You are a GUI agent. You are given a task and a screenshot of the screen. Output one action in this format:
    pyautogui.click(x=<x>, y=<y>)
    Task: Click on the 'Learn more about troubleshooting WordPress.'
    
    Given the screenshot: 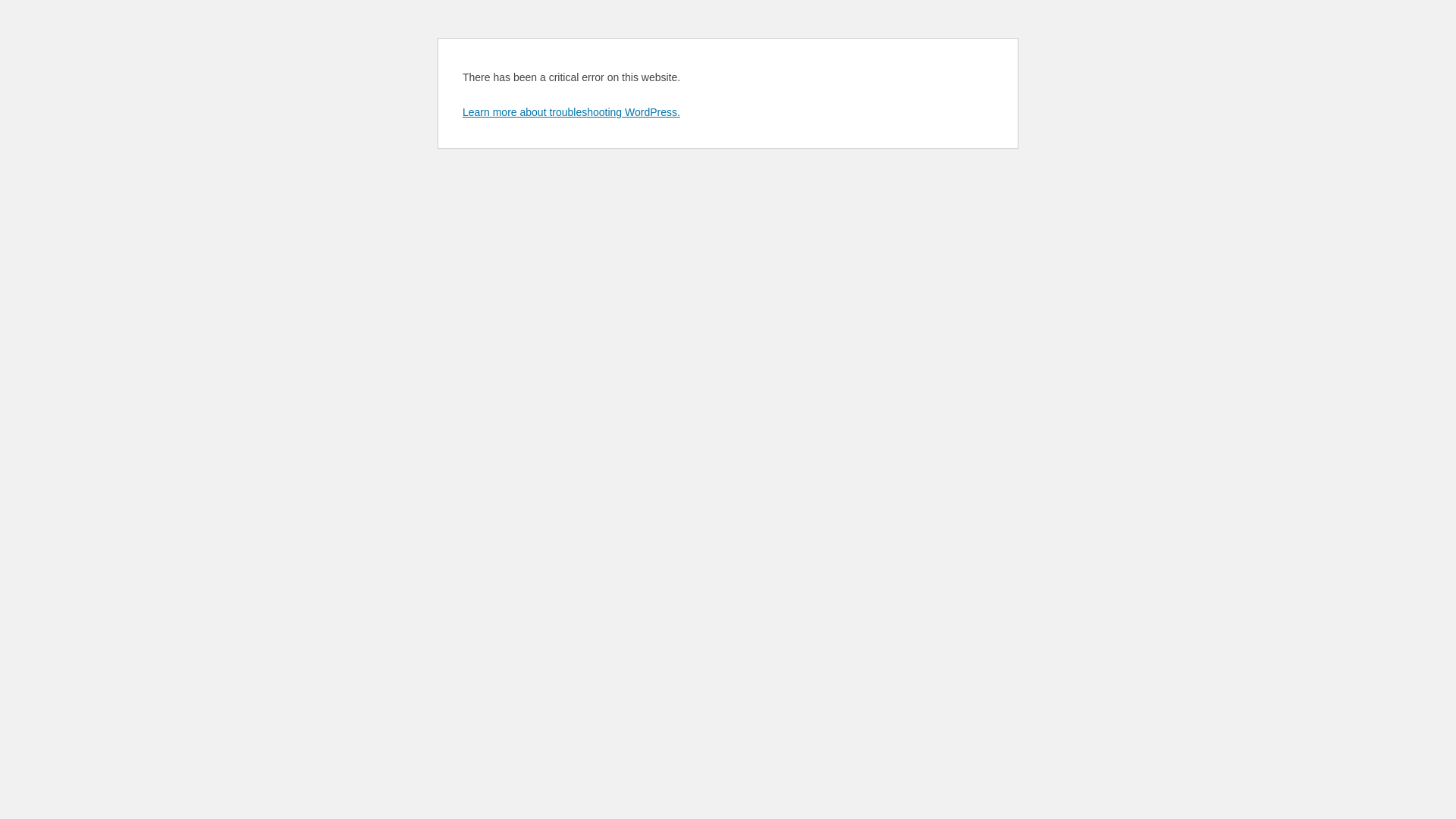 What is the action you would take?
    pyautogui.click(x=570, y=111)
    